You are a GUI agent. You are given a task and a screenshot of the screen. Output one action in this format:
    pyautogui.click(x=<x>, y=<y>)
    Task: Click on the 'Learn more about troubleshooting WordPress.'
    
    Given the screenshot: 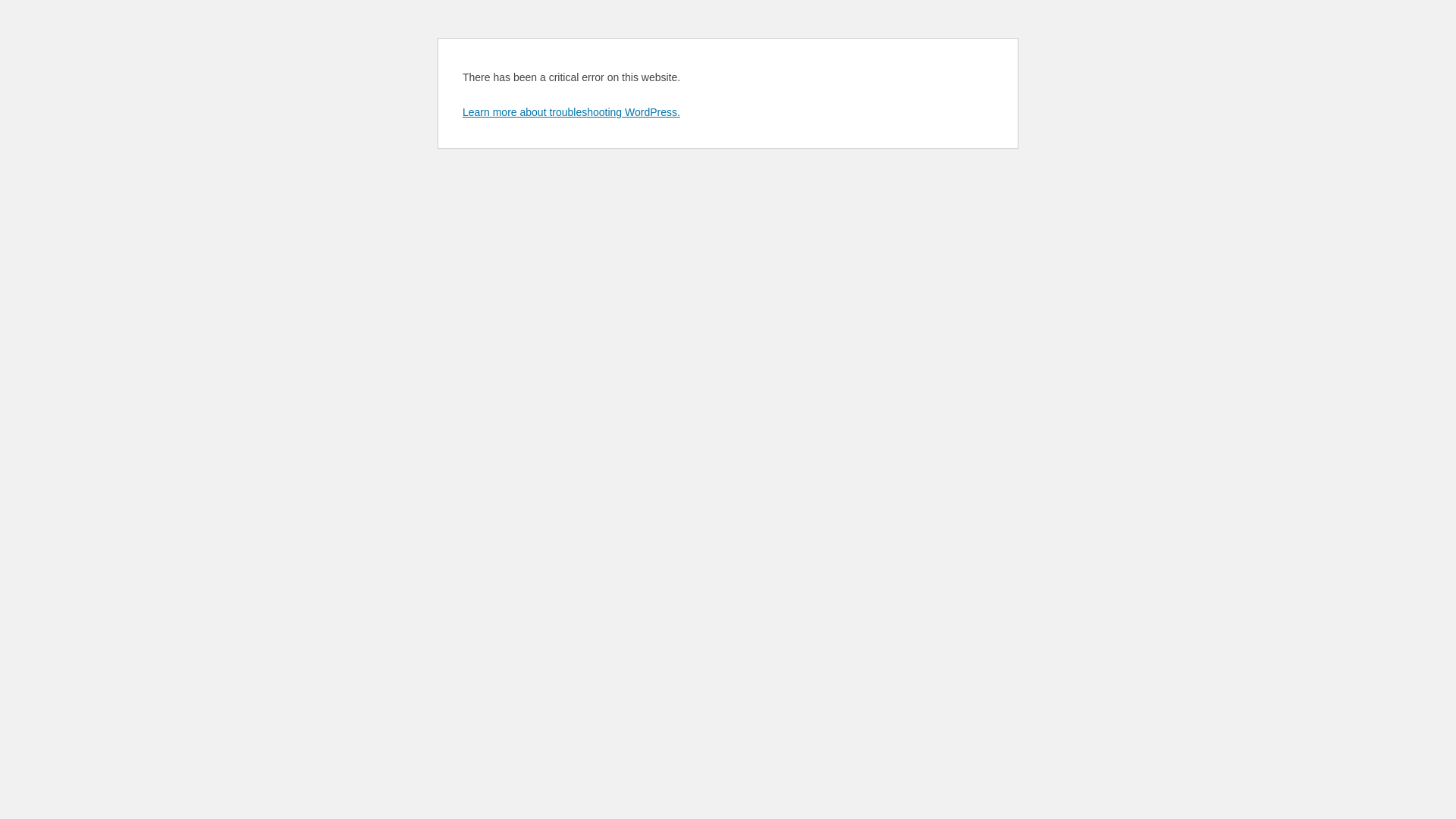 What is the action you would take?
    pyautogui.click(x=570, y=111)
    